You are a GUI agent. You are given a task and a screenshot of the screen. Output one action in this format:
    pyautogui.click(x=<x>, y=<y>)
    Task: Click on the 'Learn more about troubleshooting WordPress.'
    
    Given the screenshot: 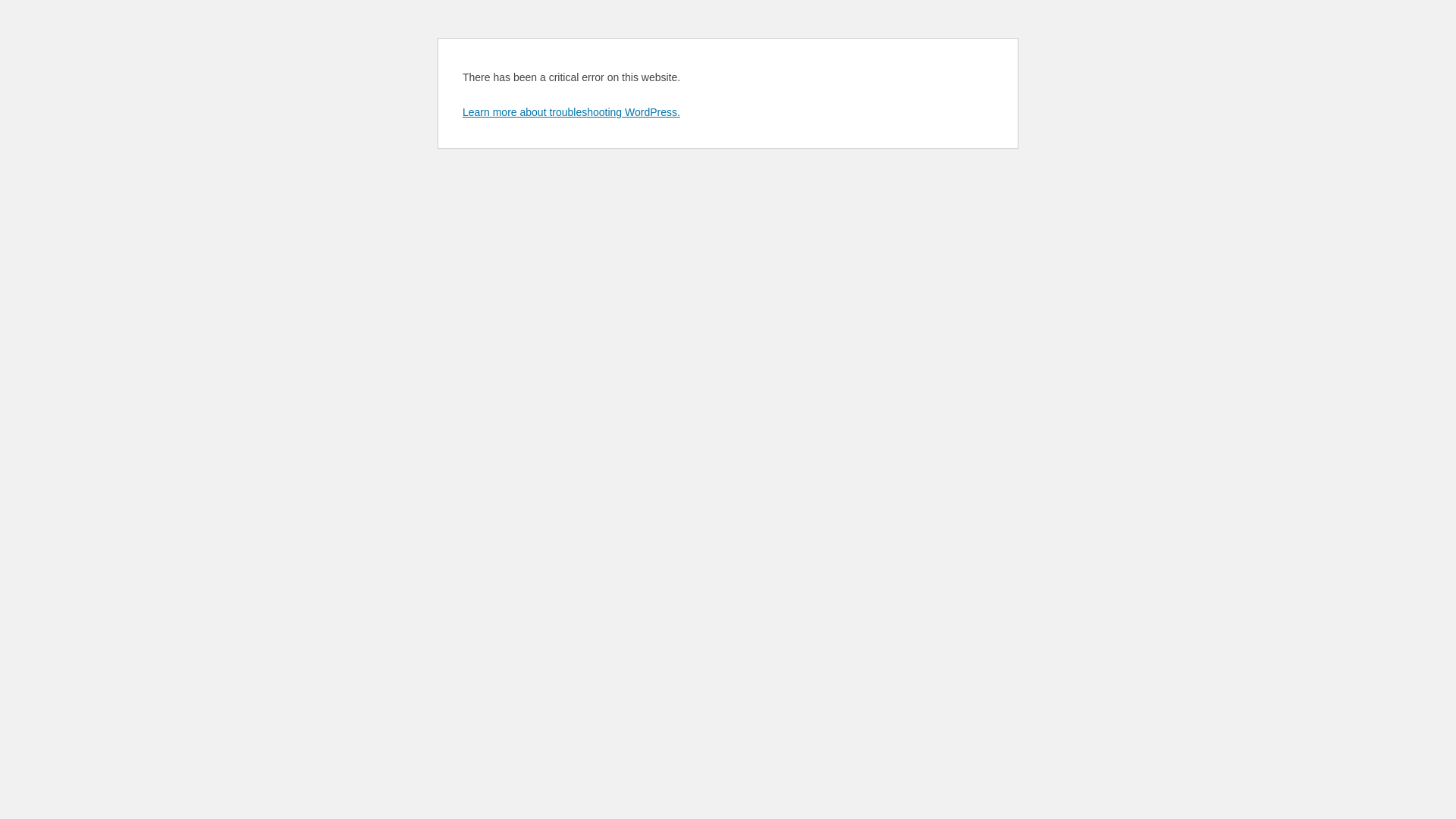 What is the action you would take?
    pyautogui.click(x=570, y=111)
    